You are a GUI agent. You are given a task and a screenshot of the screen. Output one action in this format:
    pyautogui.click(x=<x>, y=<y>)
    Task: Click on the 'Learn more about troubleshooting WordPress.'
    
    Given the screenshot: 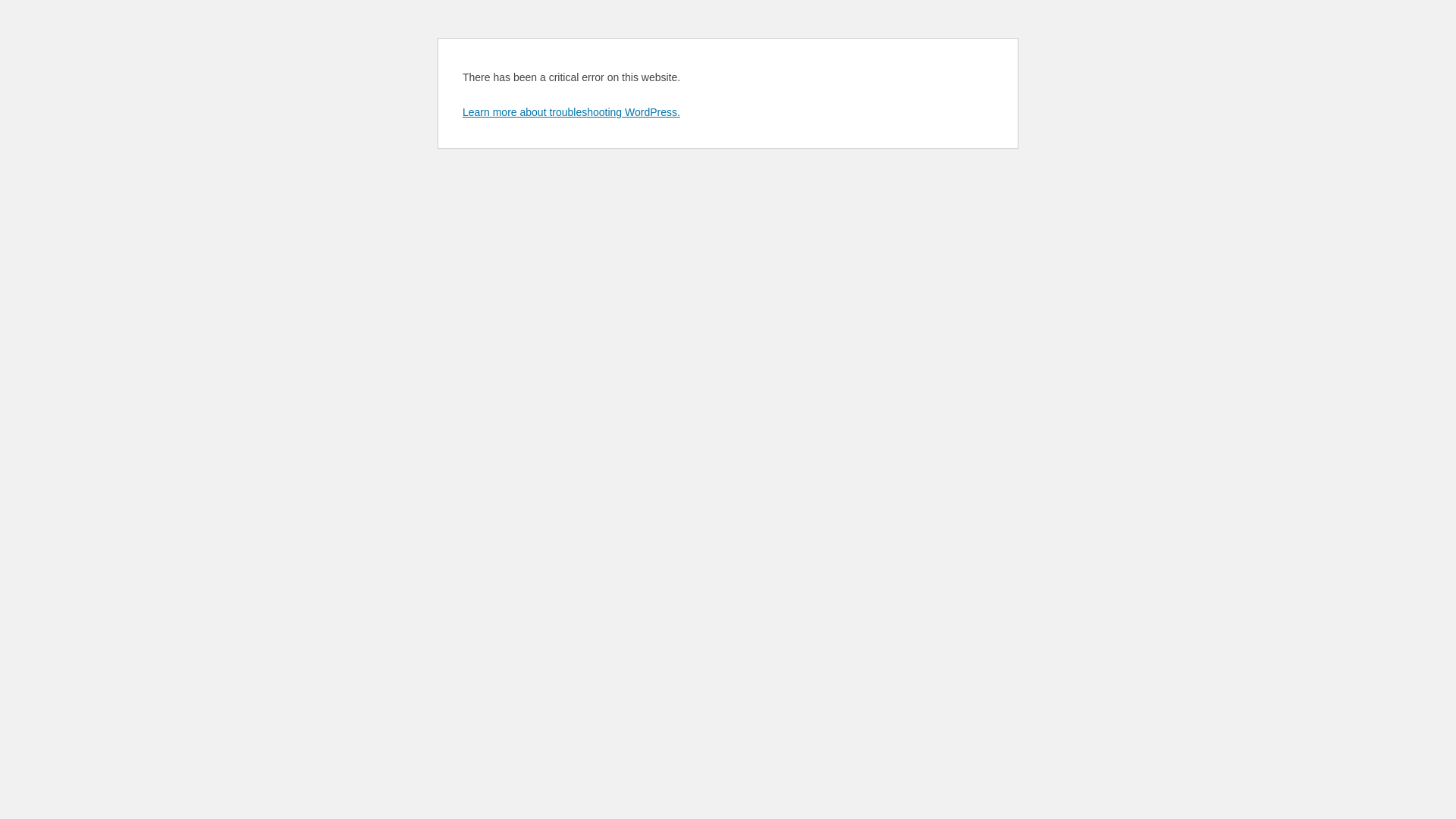 What is the action you would take?
    pyautogui.click(x=570, y=111)
    